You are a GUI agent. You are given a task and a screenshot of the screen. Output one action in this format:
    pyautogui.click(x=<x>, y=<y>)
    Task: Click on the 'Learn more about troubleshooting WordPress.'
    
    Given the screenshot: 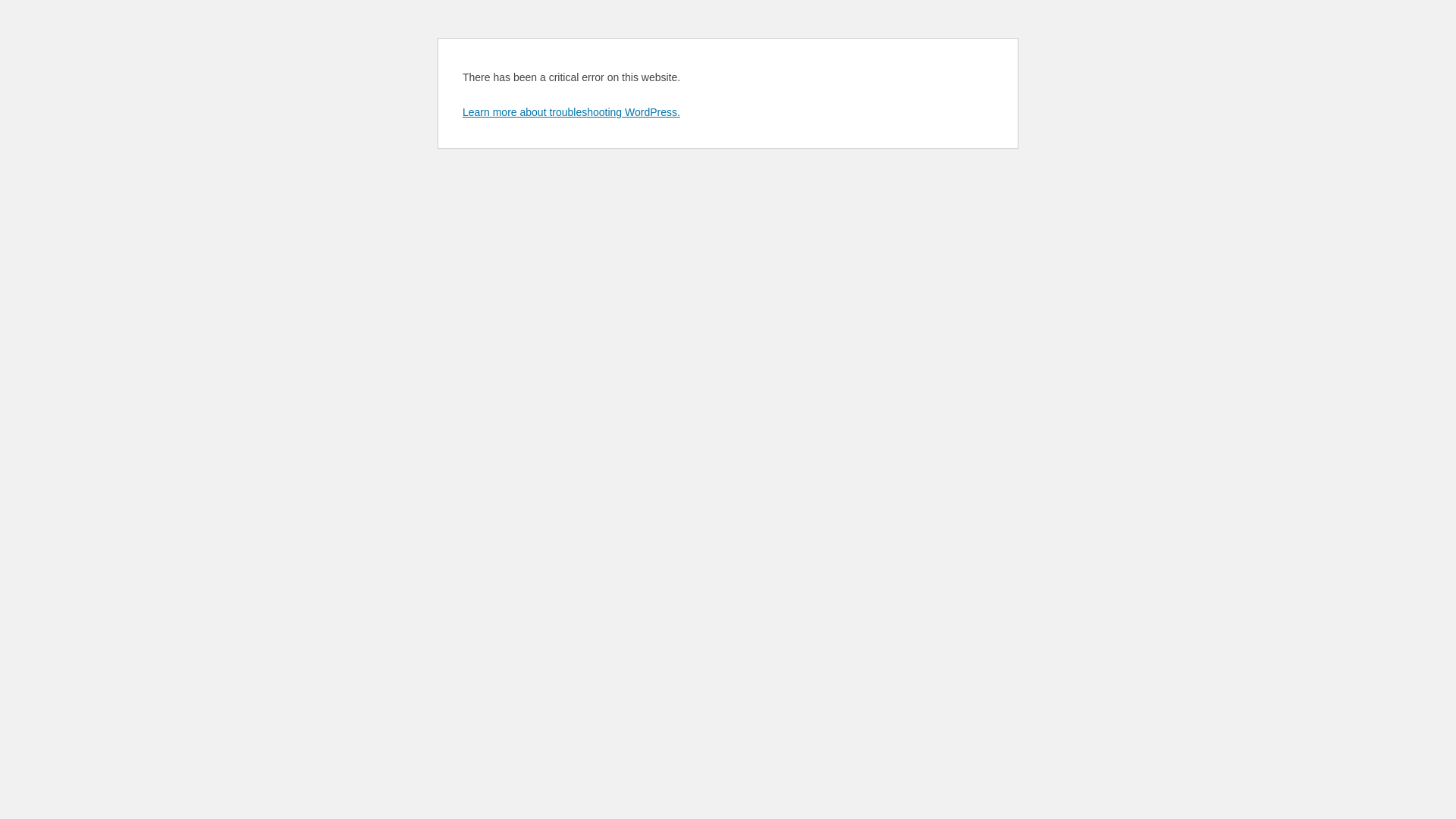 What is the action you would take?
    pyautogui.click(x=570, y=111)
    